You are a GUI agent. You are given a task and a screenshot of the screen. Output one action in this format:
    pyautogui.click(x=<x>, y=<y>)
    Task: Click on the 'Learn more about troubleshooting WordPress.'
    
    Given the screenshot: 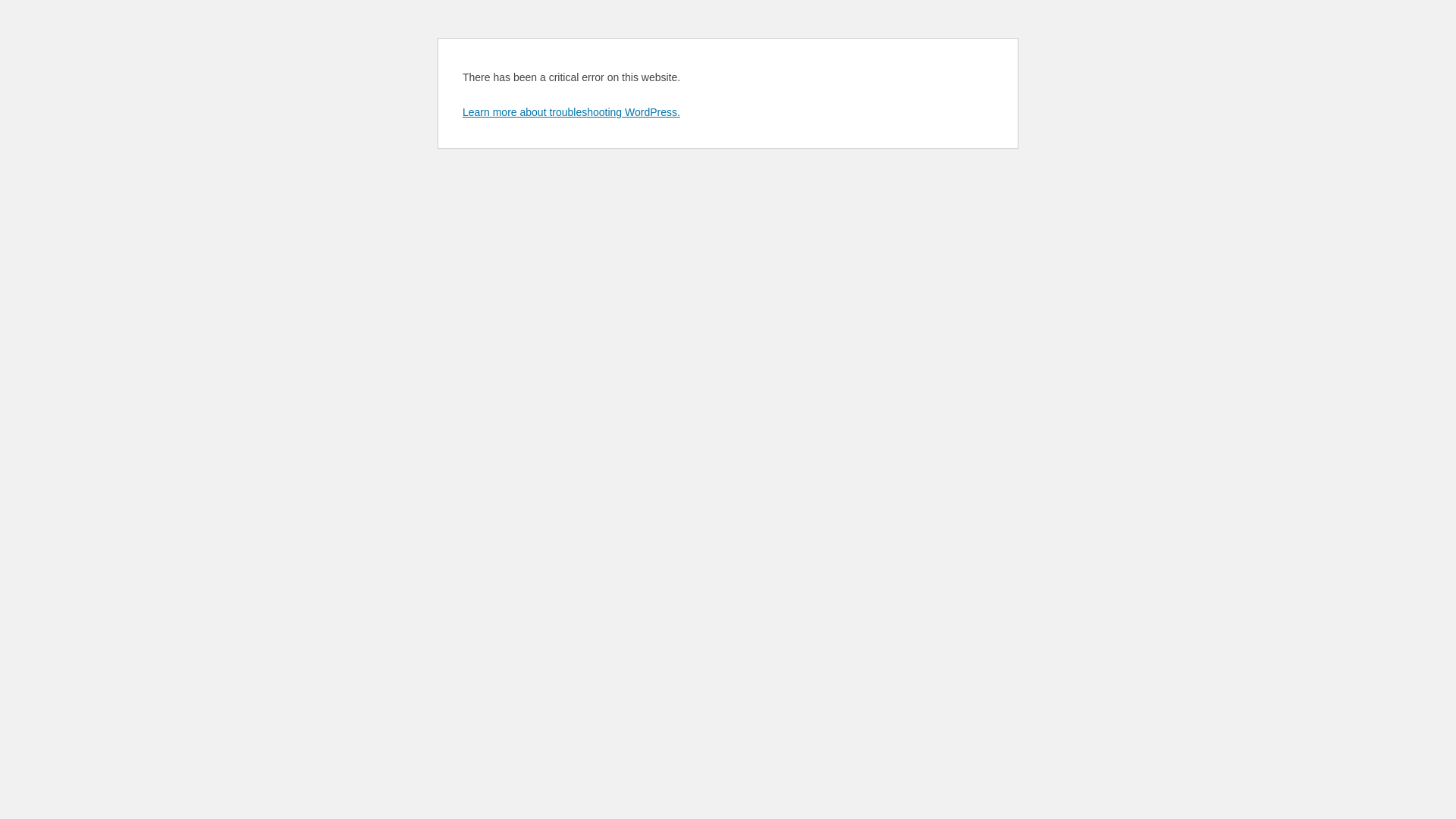 What is the action you would take?
    pyautogui.click(x=570, y=111)
    